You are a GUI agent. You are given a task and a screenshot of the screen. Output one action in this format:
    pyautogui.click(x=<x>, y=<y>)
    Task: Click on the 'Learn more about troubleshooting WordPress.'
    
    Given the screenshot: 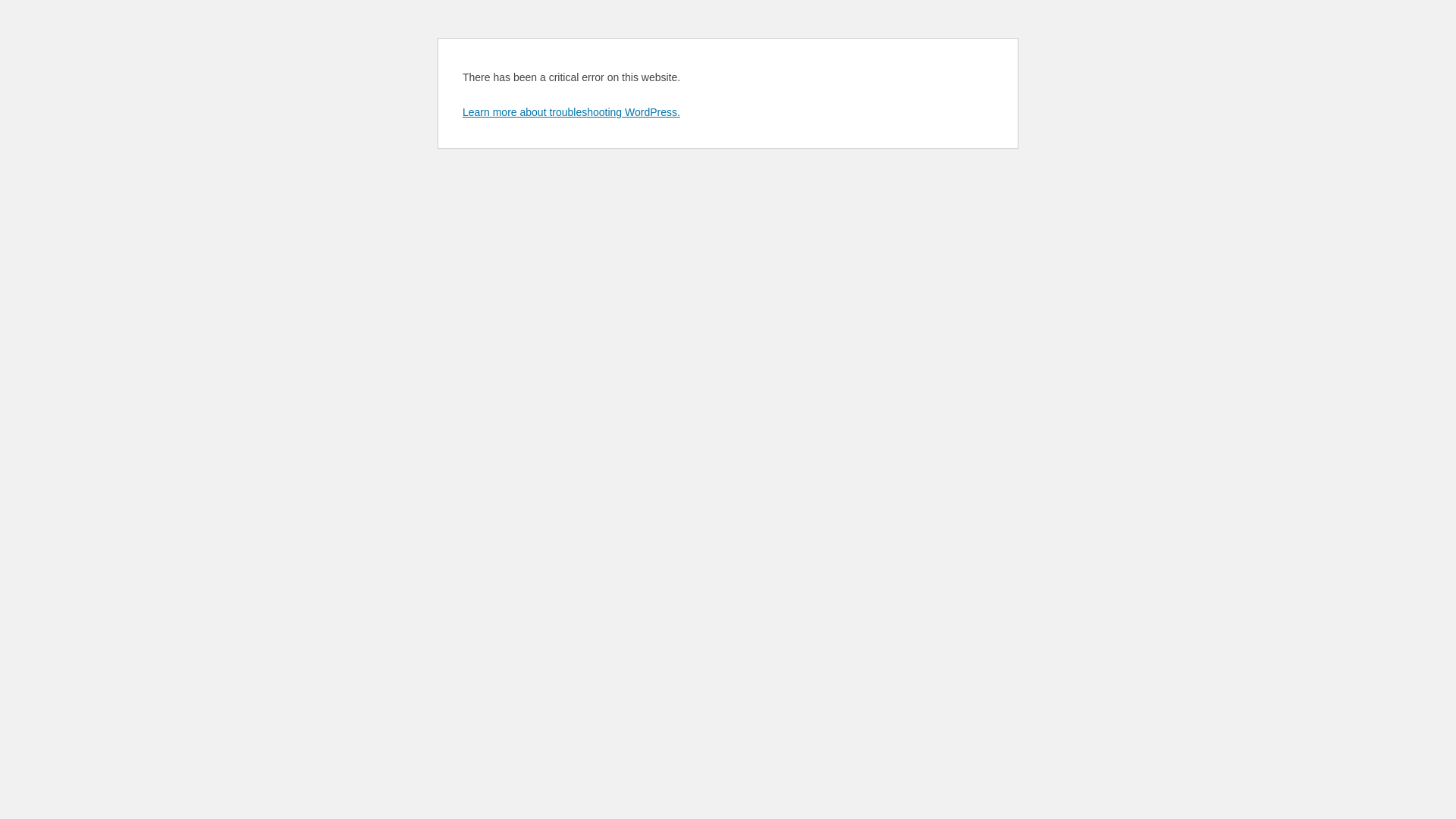 What is the action you would take?
    pyautogui.click(x=570, y=111)
    